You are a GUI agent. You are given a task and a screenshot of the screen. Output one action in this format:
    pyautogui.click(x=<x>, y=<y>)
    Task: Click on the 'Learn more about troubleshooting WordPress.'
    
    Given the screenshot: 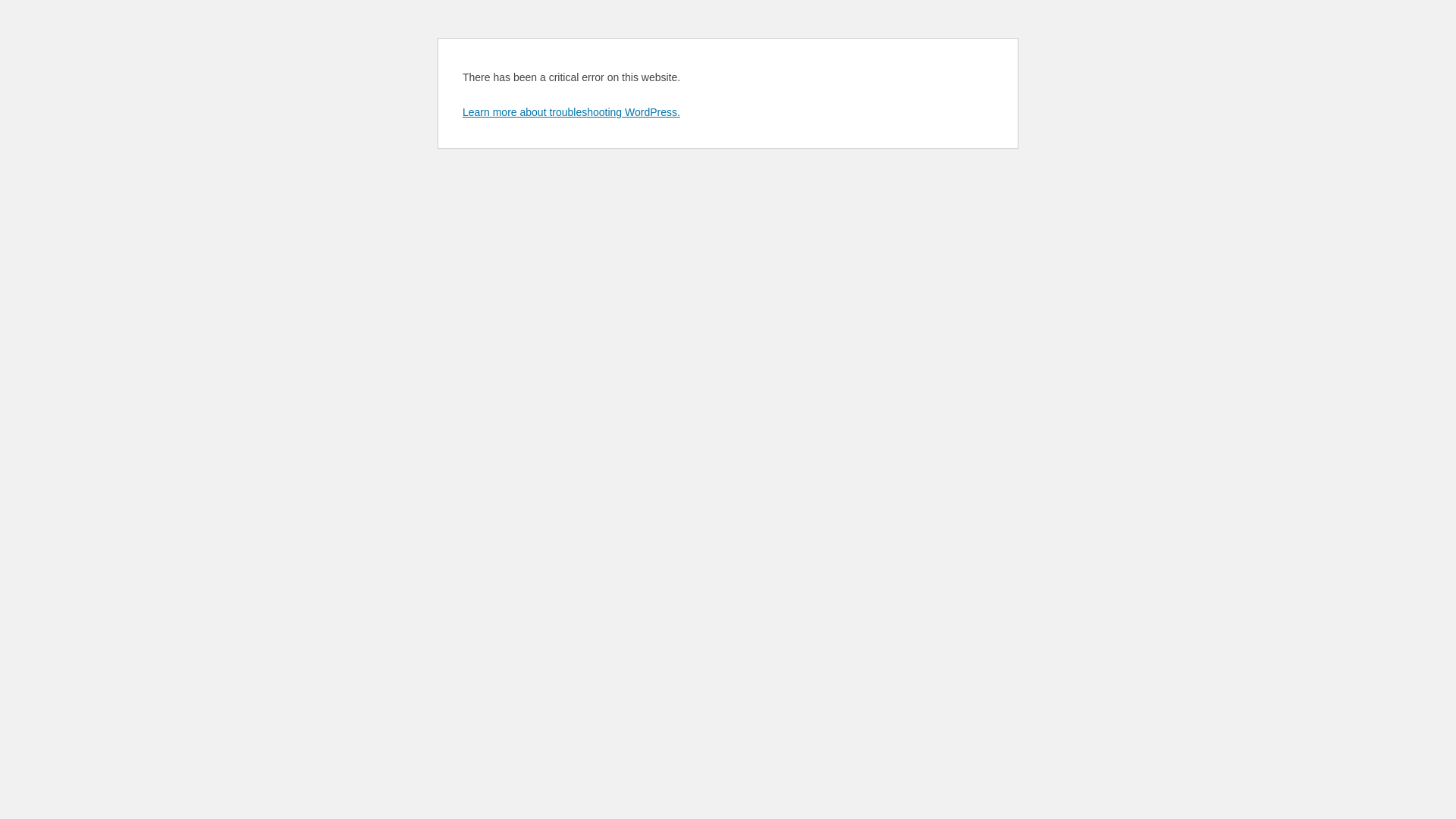 What is the action you would take?
    pyautogui.click(x=570, y=111)
    